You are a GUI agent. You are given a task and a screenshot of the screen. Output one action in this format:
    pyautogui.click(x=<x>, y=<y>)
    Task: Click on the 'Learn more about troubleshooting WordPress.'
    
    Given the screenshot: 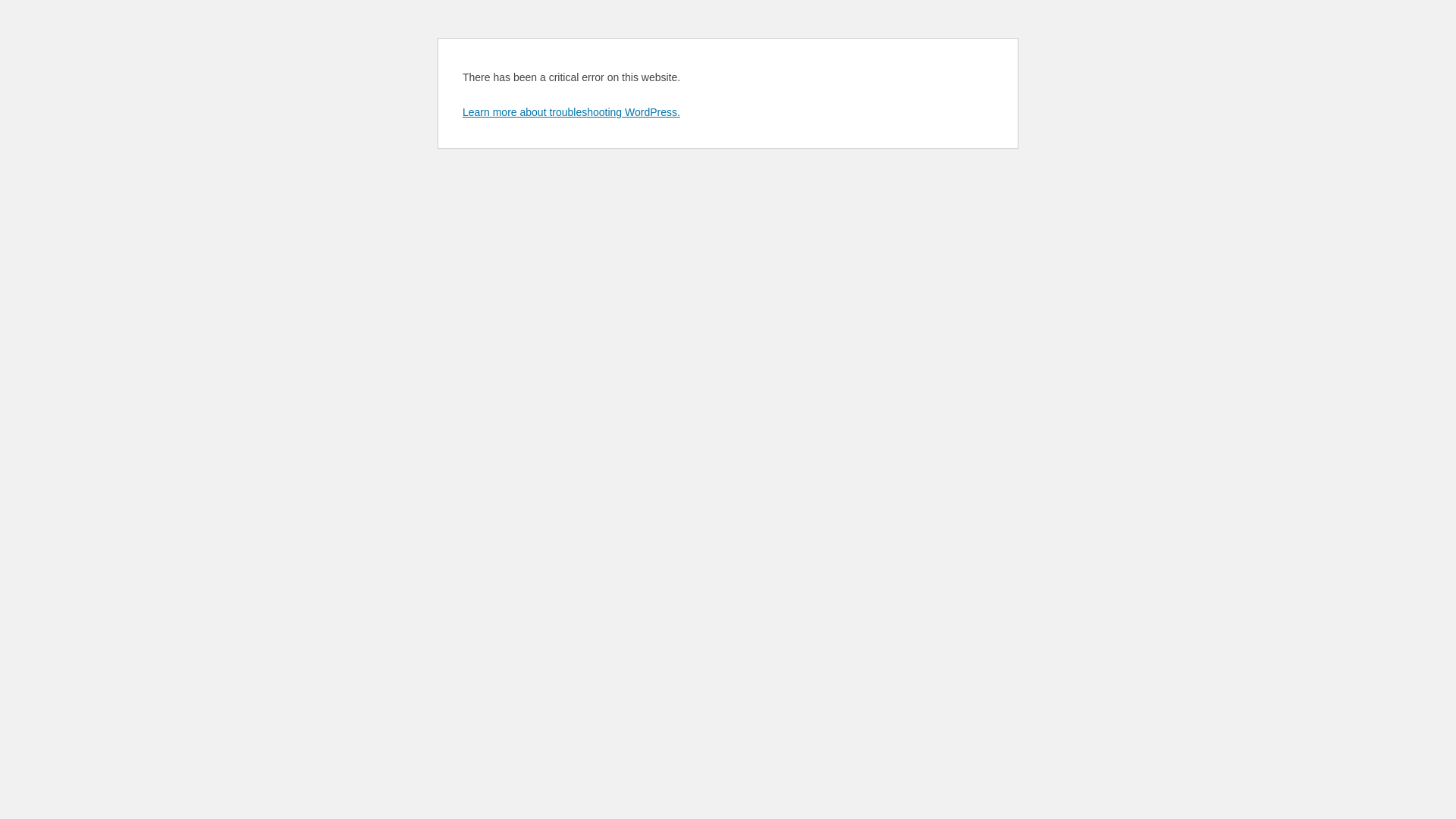 What is the action you would take?
    pyautogui.click(x=570, y=111)
    